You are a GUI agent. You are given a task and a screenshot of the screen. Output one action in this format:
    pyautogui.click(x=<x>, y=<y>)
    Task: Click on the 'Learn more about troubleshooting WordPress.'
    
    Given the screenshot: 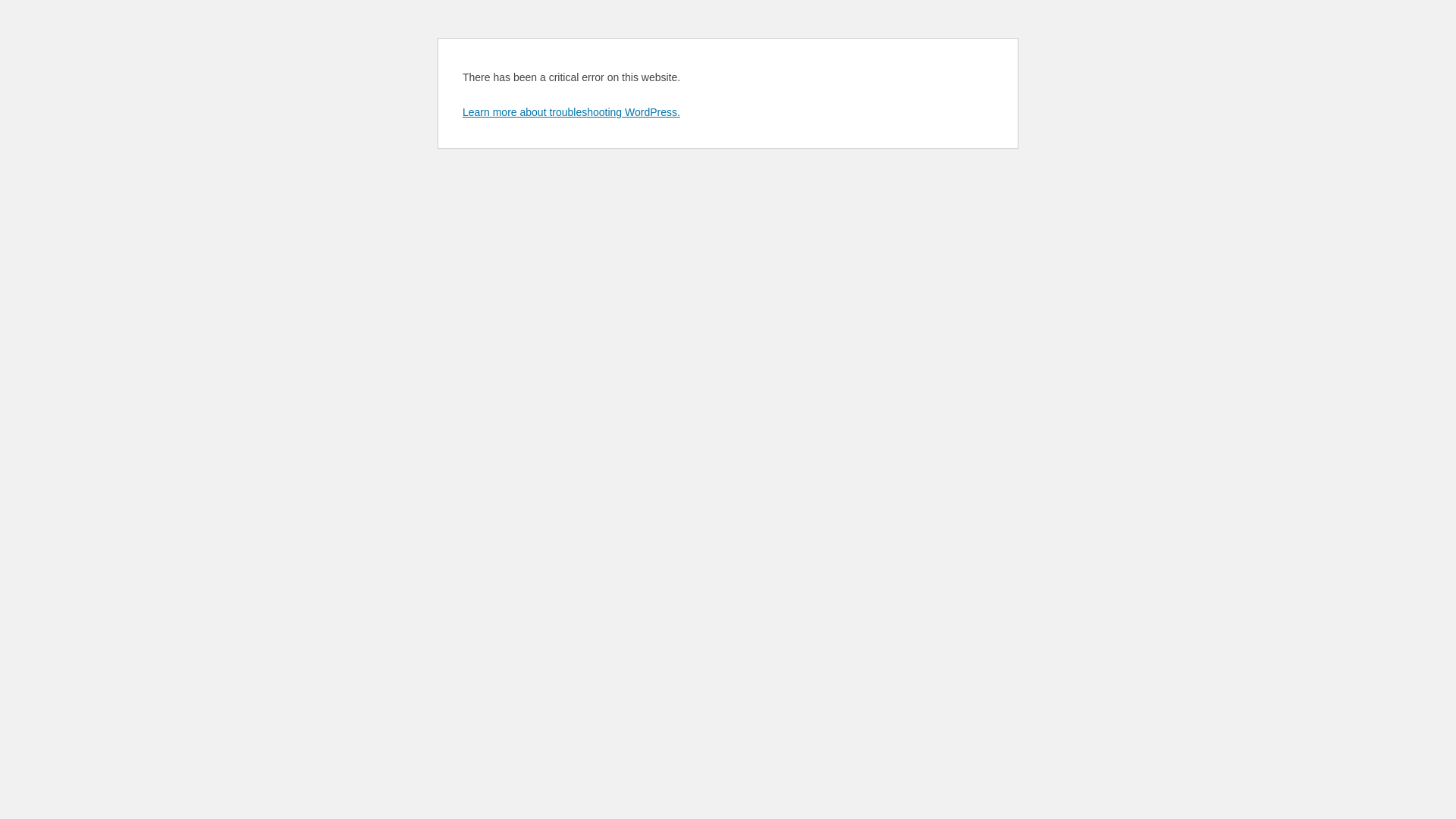 What is the action you would take?
    pyautogui.click(x=570, y=111)
    